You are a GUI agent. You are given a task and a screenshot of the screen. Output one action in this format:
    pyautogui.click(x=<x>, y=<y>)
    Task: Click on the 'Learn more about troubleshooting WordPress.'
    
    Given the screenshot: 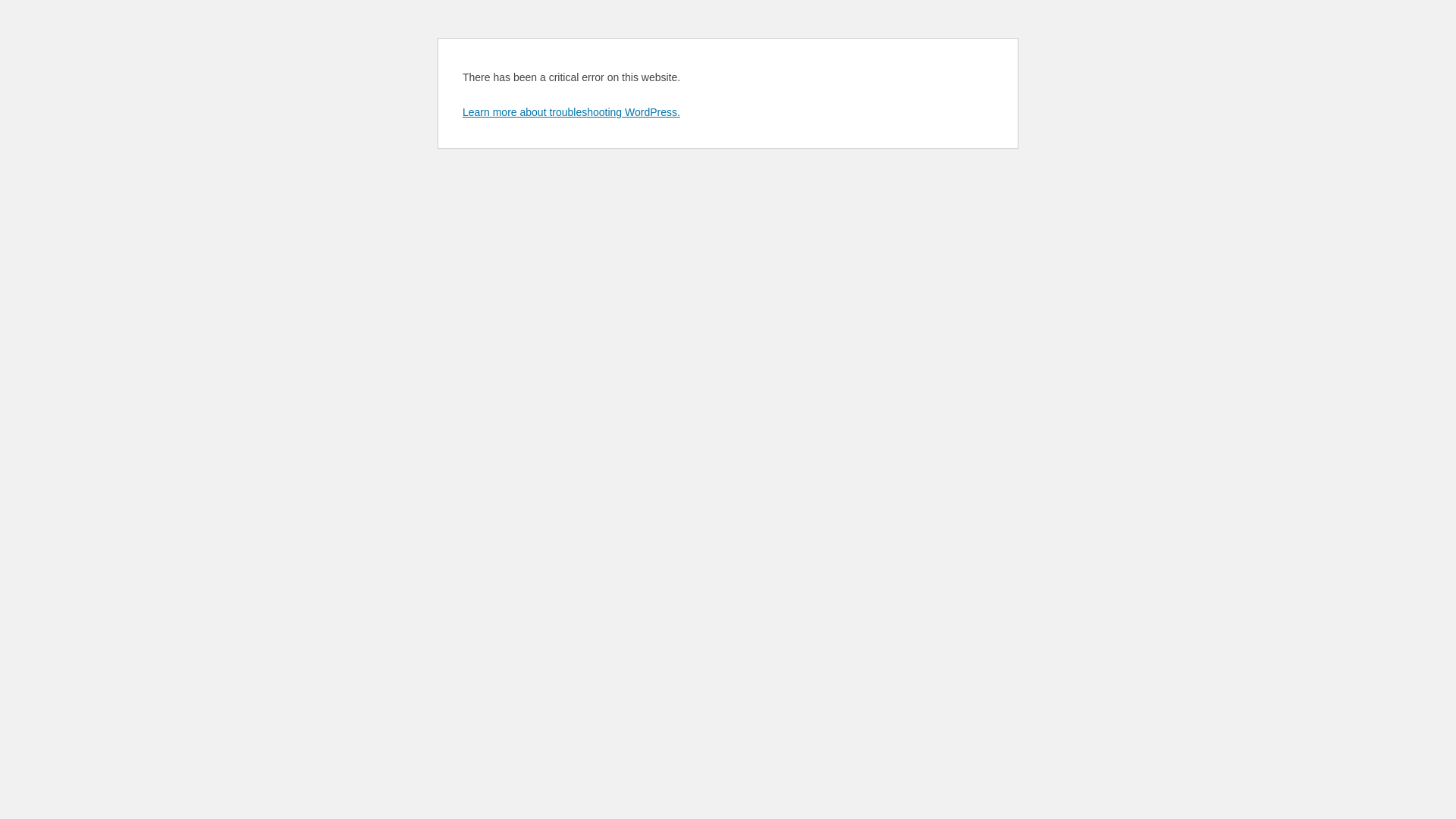 What is the action you would take?
    pyautogui.click(x=570, y=111)
    